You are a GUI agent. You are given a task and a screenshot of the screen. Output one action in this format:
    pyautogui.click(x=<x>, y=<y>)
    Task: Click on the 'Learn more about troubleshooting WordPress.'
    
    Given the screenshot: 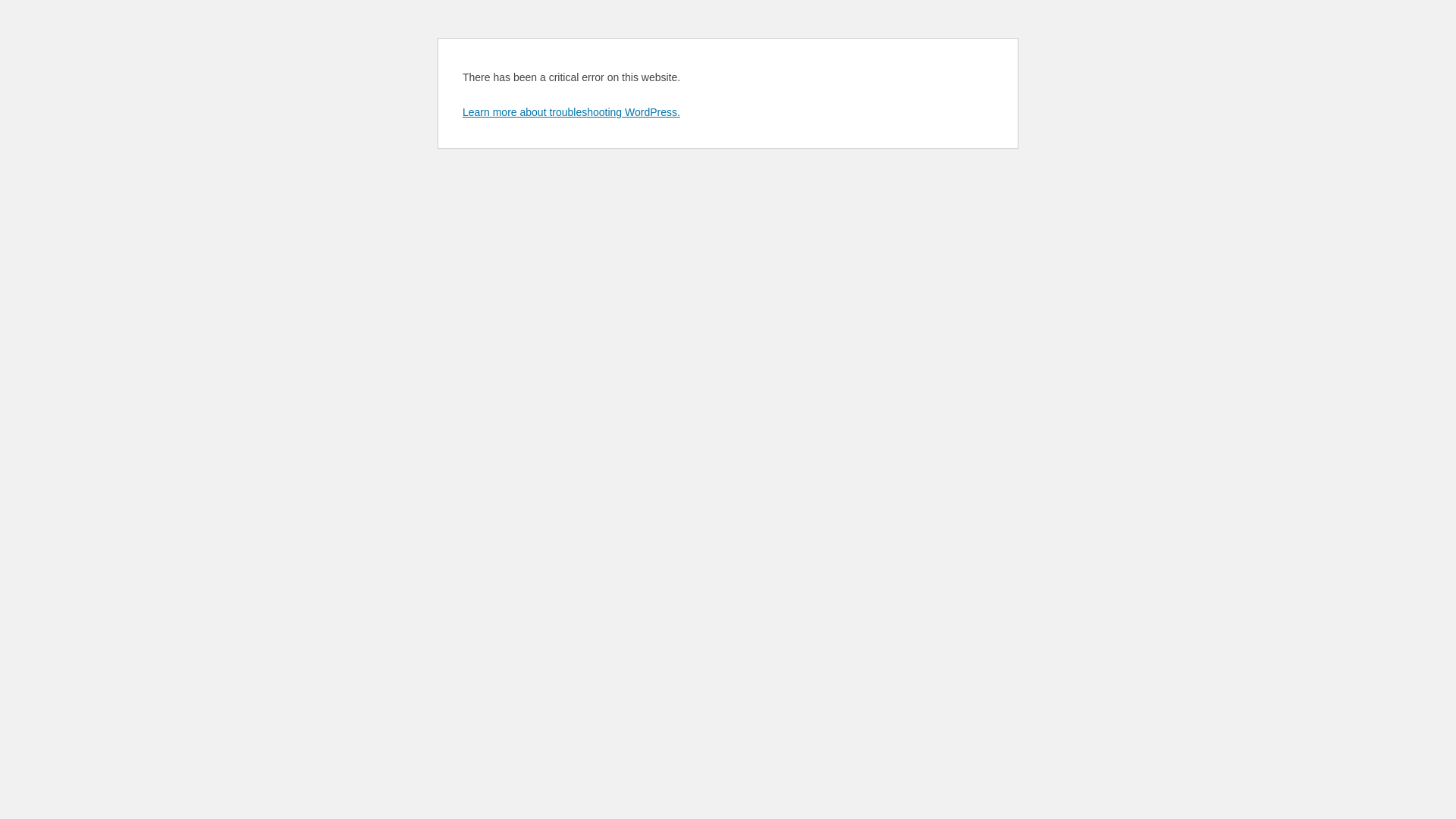 What is the action you would take?
    pyautogui.click(x=570, y=111)
    